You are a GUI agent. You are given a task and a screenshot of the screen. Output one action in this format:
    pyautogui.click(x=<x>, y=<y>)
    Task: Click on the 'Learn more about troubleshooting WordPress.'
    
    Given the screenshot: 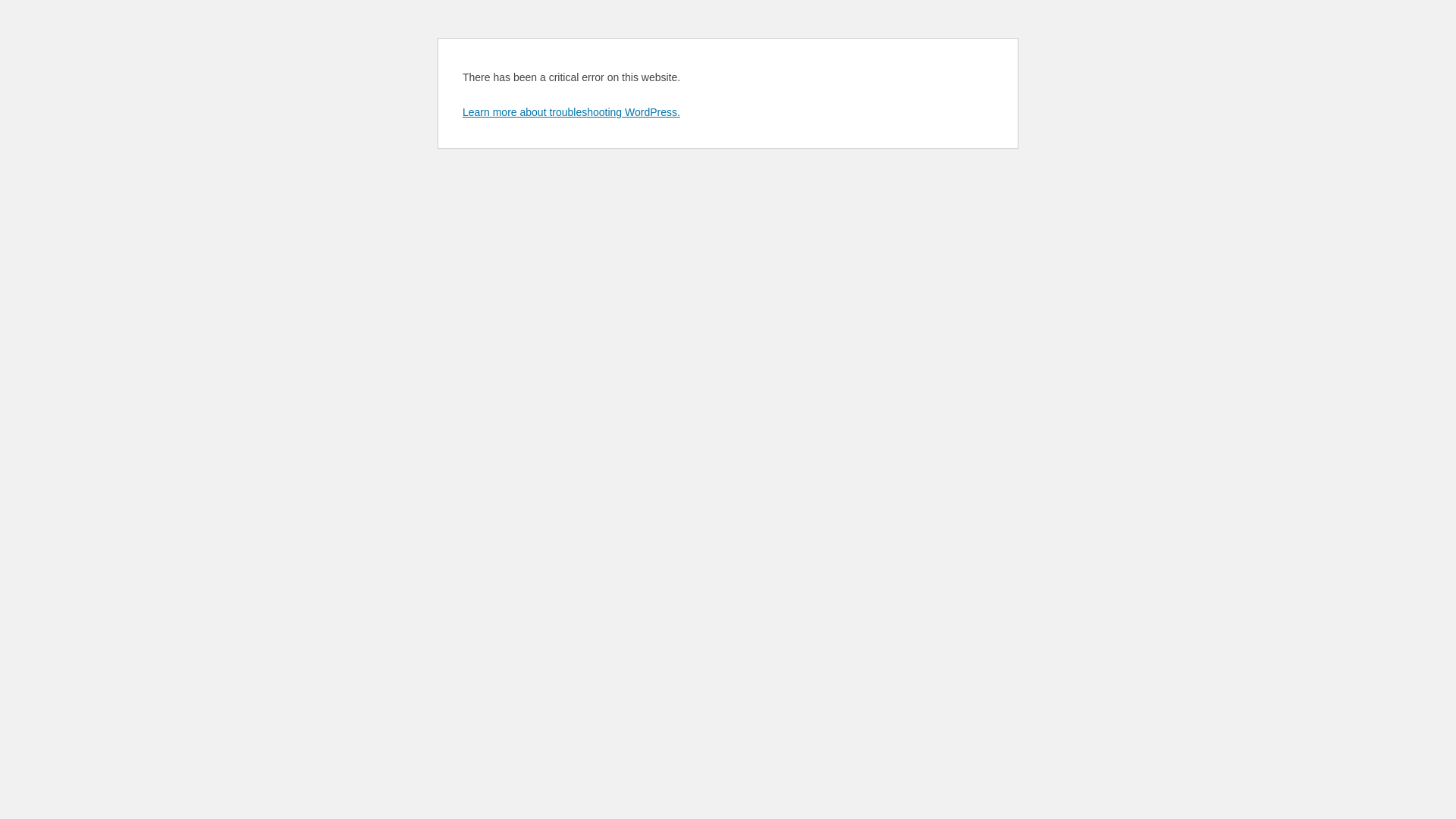 What is the action you would take?
    pyautogui.click(x=570, y=111)
    